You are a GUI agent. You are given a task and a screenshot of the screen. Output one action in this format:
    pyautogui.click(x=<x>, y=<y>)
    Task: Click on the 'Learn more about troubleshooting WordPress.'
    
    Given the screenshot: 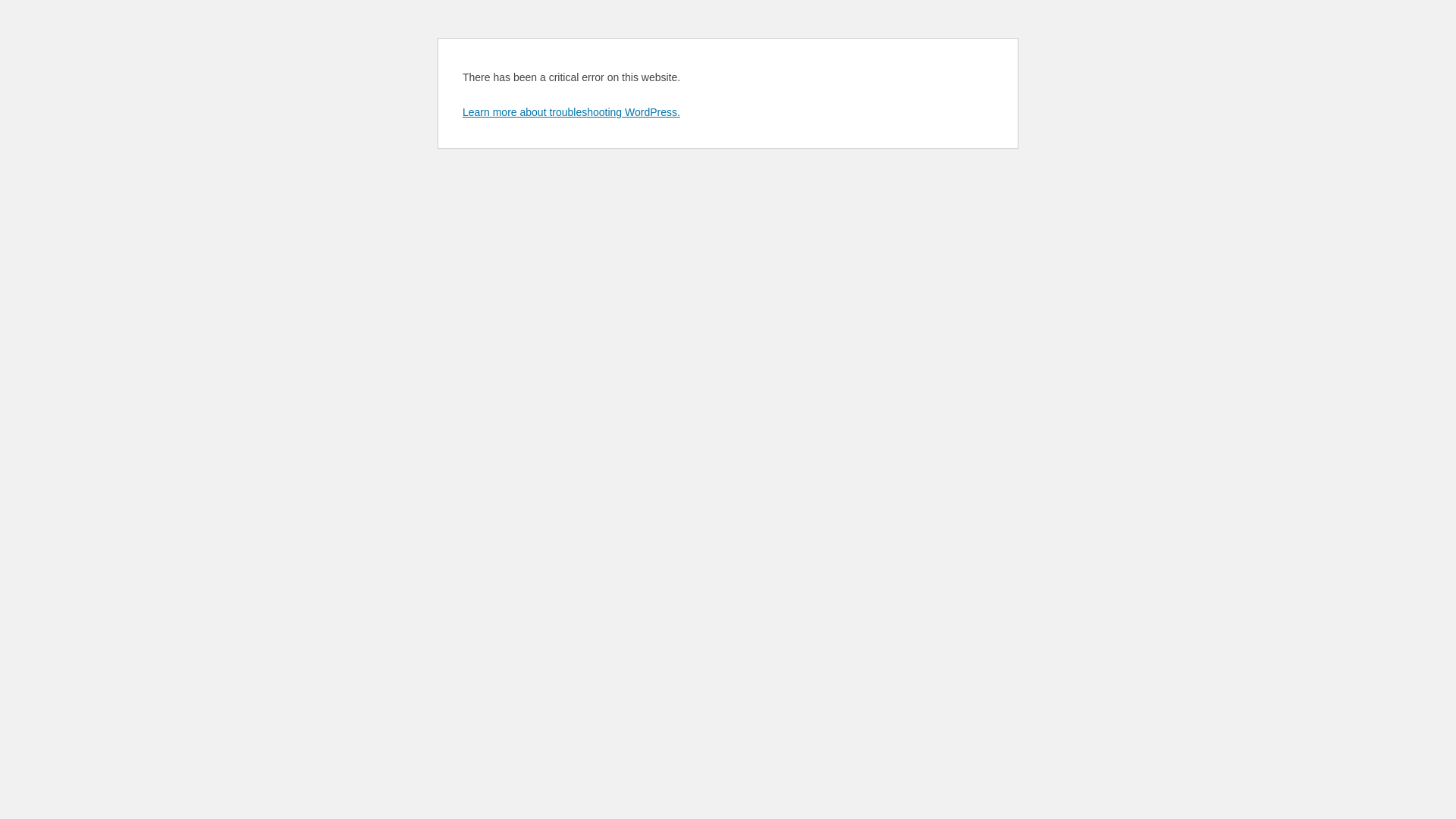 What is the action you would take?
    pyautogui.click(x=570, y=111)
    